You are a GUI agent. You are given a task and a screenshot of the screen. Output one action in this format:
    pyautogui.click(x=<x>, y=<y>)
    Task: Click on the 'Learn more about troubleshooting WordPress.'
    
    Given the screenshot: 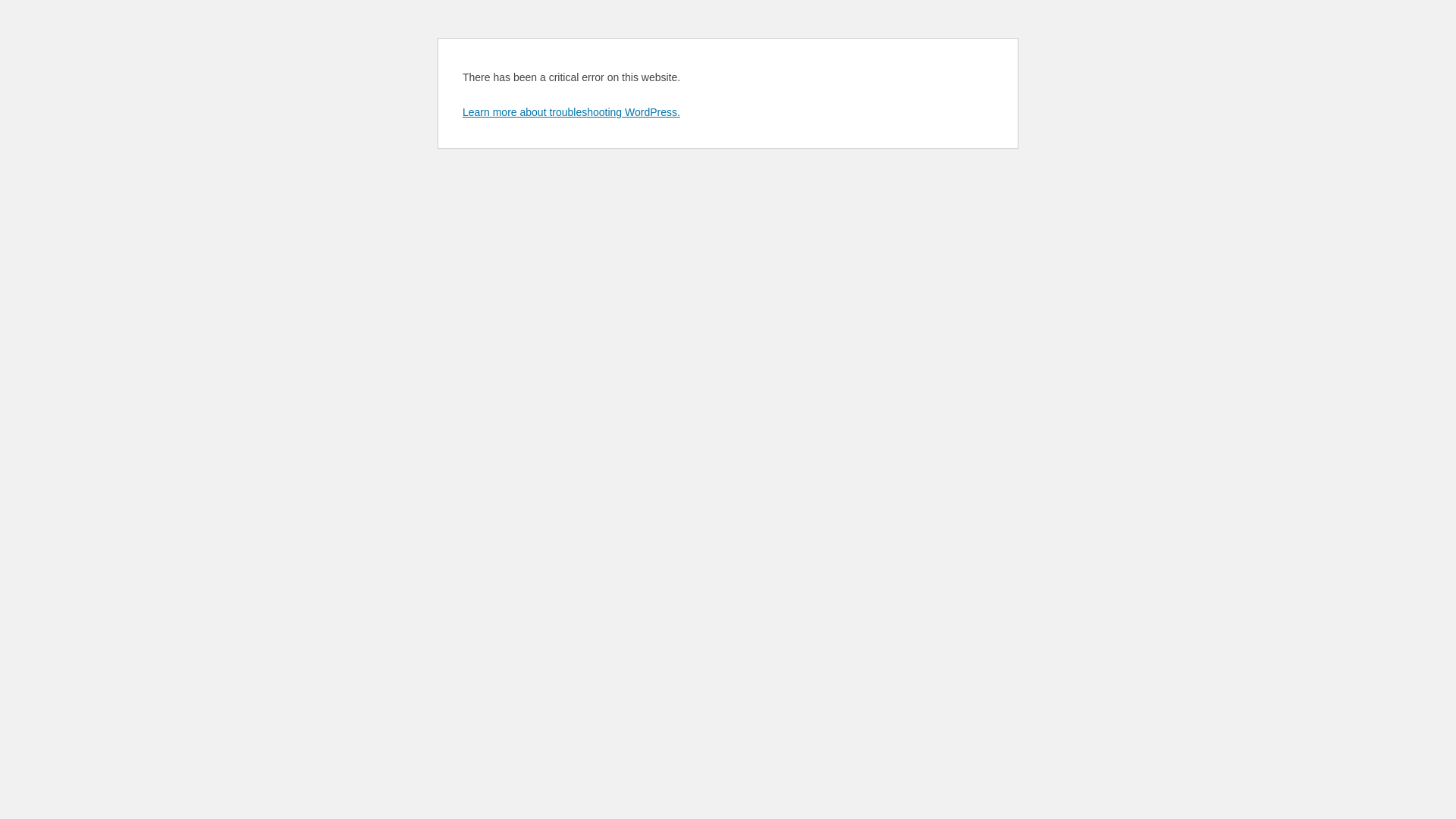 What is the action you would take?
    pyautogui.click(x=570, y=111)
    